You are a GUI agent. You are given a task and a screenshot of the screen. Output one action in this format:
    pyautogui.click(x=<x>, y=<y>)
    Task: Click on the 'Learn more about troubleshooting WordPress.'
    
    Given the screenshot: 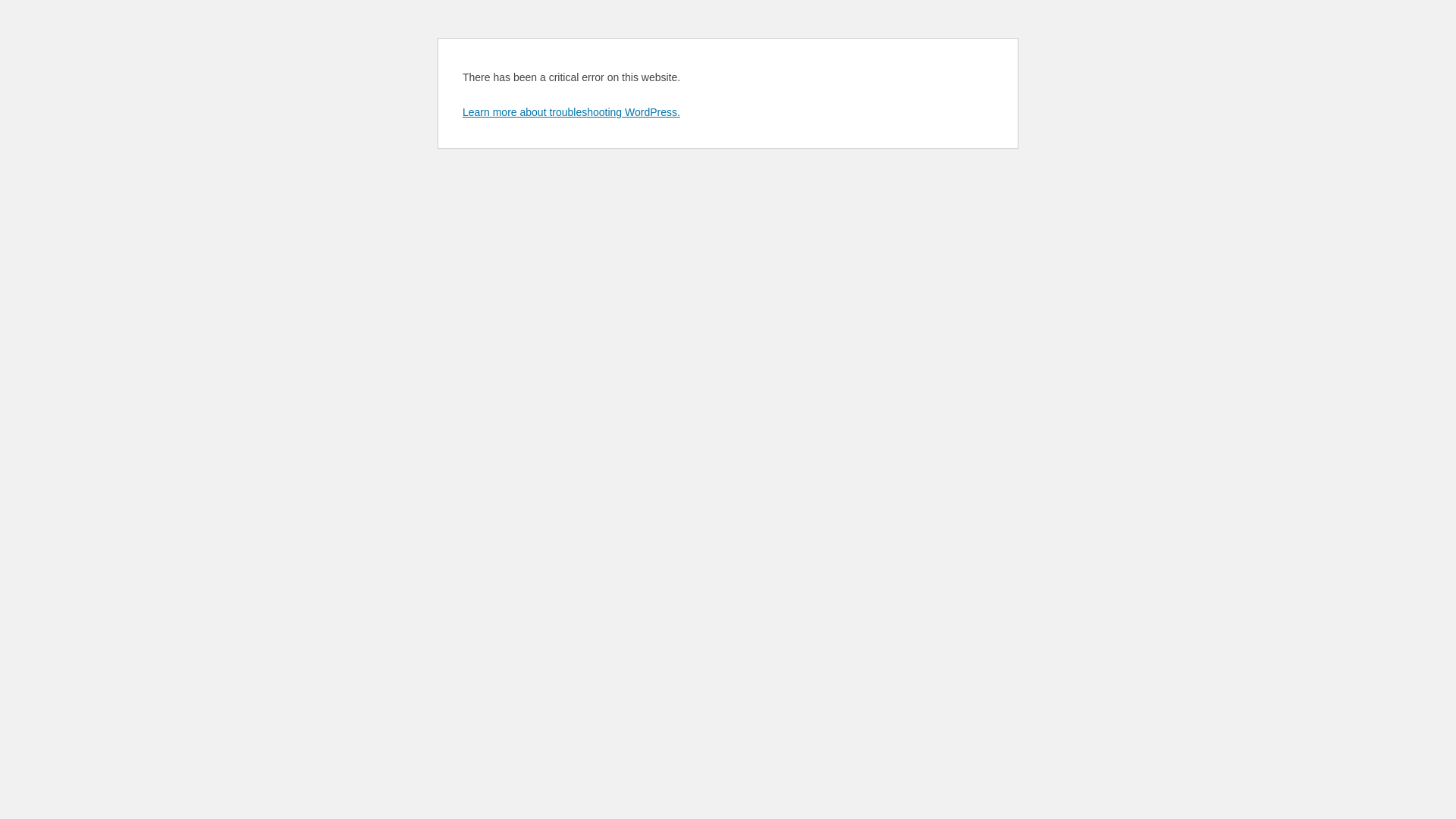 What is the action you would take?
    pyautogui.click(x=570, y=111)
    